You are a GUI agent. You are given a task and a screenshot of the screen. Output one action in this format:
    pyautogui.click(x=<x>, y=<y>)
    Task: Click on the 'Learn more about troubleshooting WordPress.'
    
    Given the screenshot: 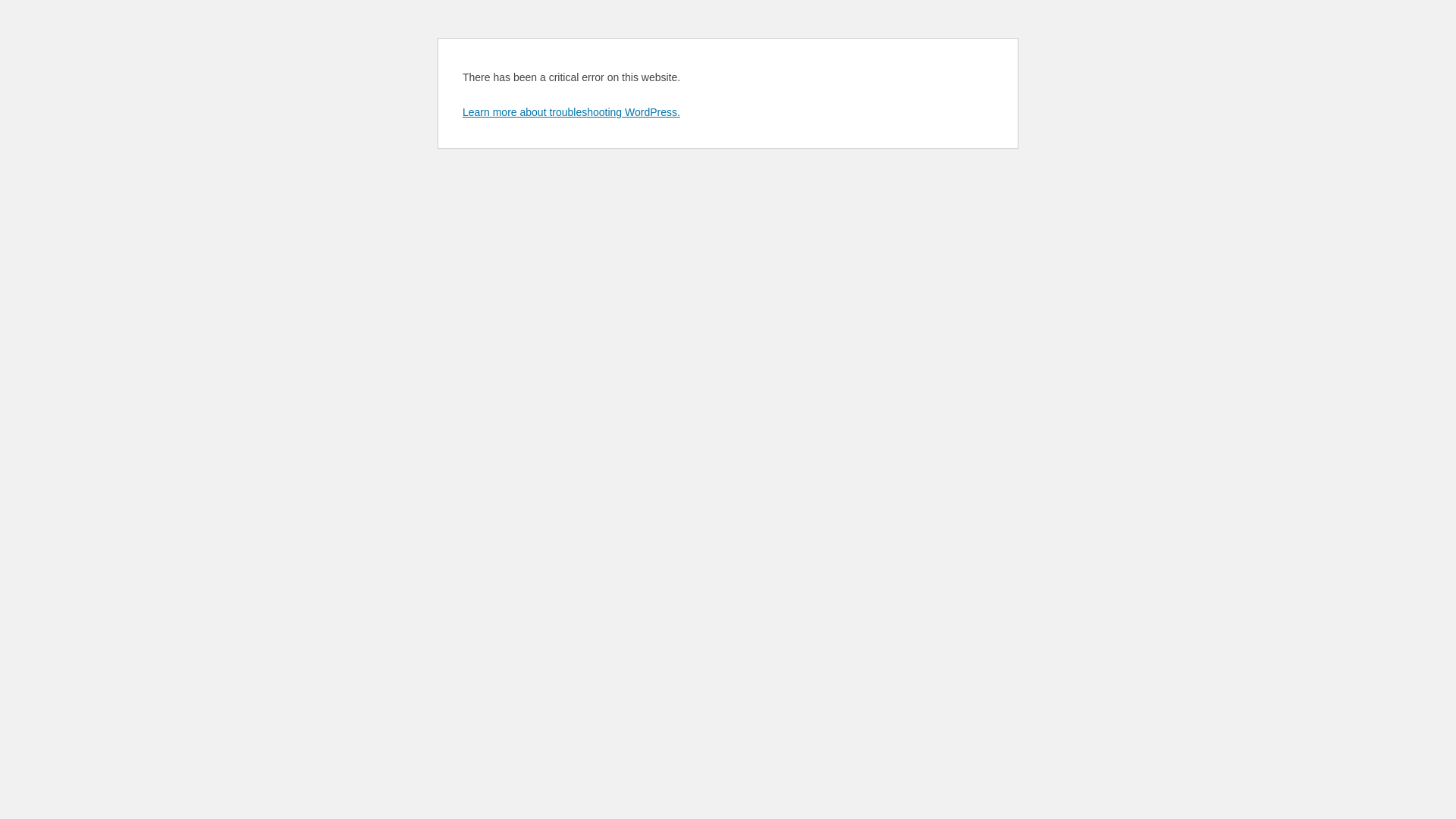 What is the action you would take?
    pyautogui.click(x=570, y=111)
    